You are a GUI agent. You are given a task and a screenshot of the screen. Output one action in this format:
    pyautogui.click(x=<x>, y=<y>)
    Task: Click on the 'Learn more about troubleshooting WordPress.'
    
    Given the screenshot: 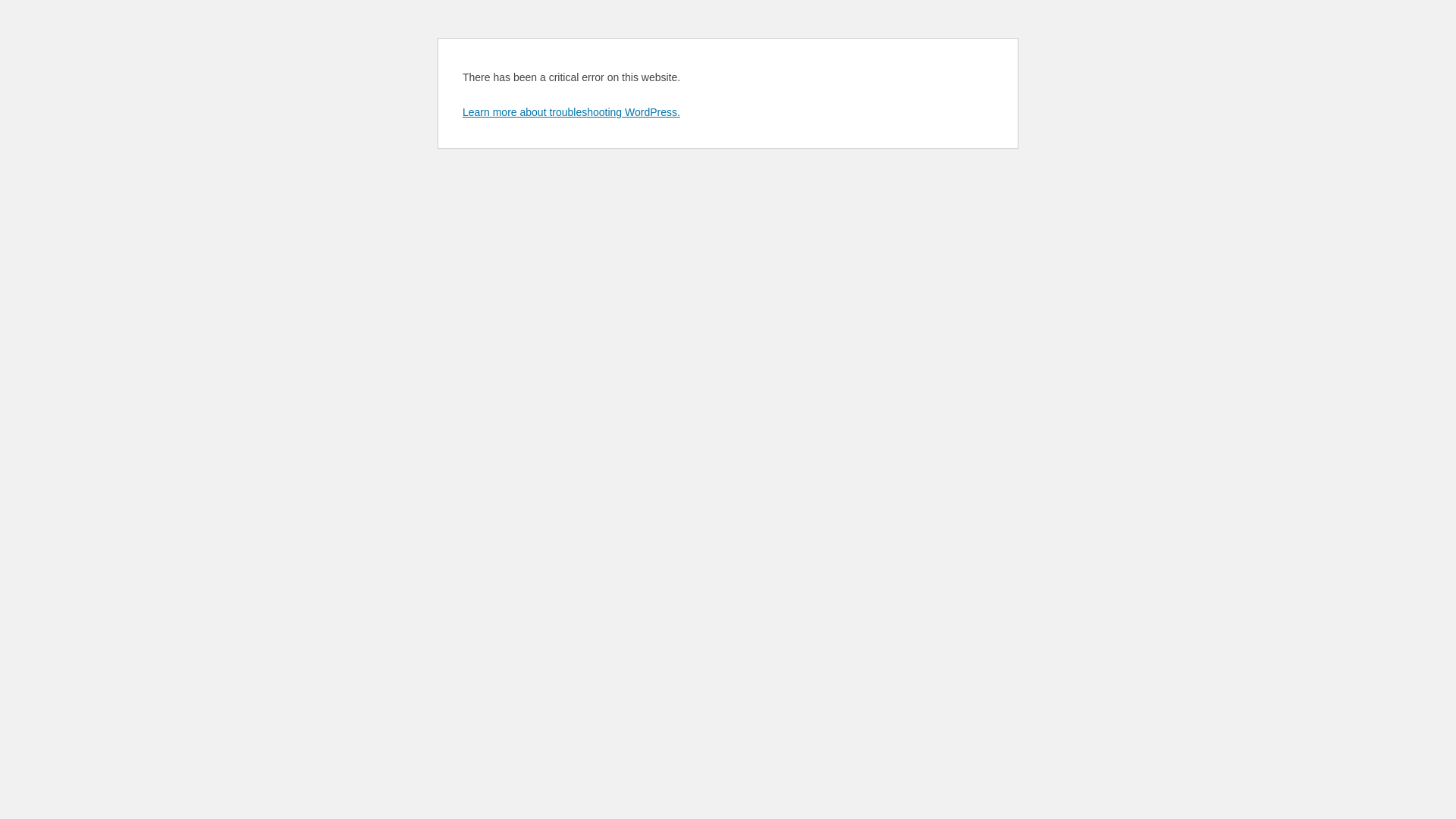 What is the action you would take?
    pyautogui.click(x=570, y=111)
    